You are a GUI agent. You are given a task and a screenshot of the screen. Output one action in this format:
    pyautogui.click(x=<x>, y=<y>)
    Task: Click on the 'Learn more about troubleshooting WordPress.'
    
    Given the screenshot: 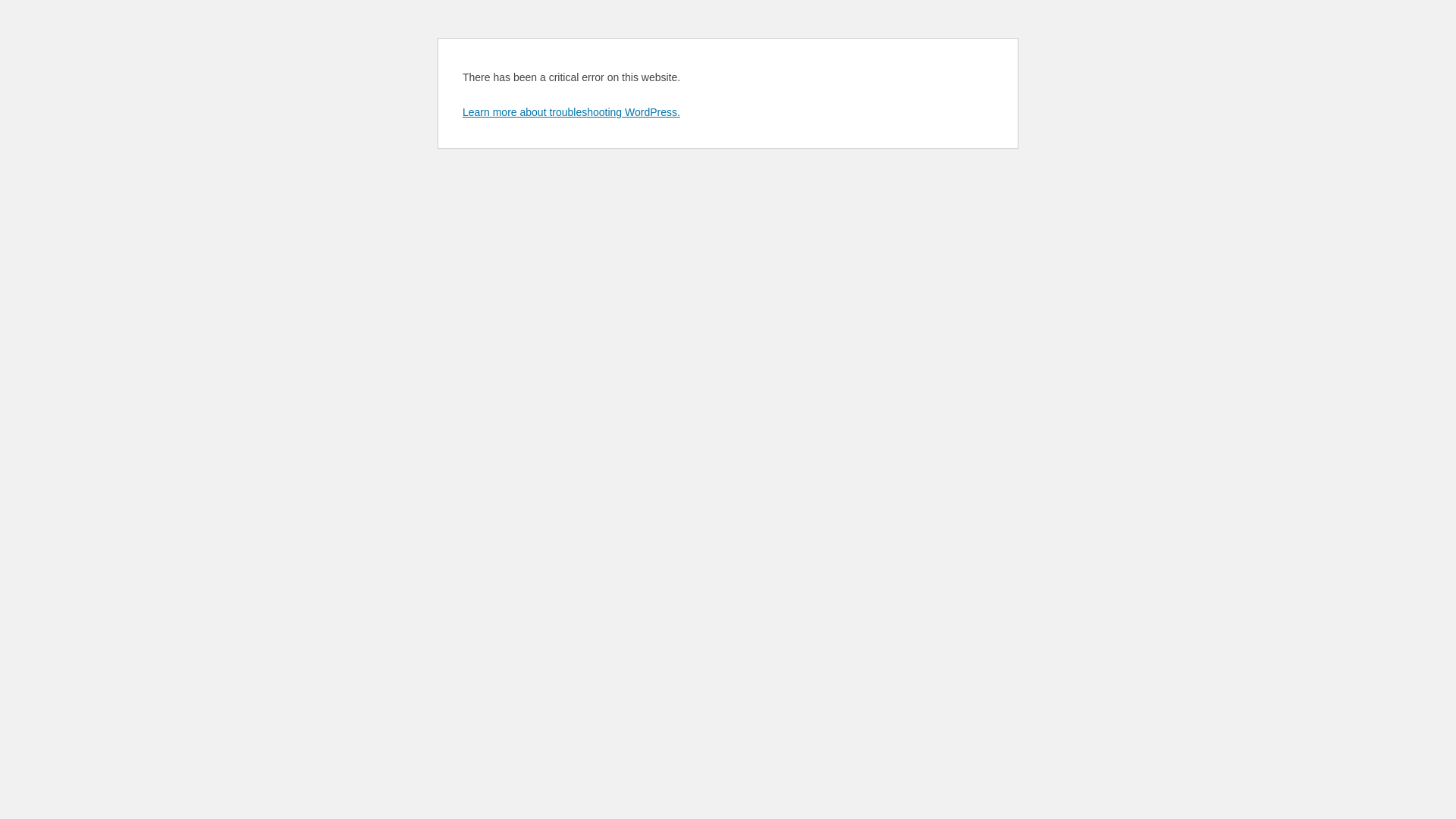 What is the action you would take?
    pyautogui.click(x=570, y=111)
    